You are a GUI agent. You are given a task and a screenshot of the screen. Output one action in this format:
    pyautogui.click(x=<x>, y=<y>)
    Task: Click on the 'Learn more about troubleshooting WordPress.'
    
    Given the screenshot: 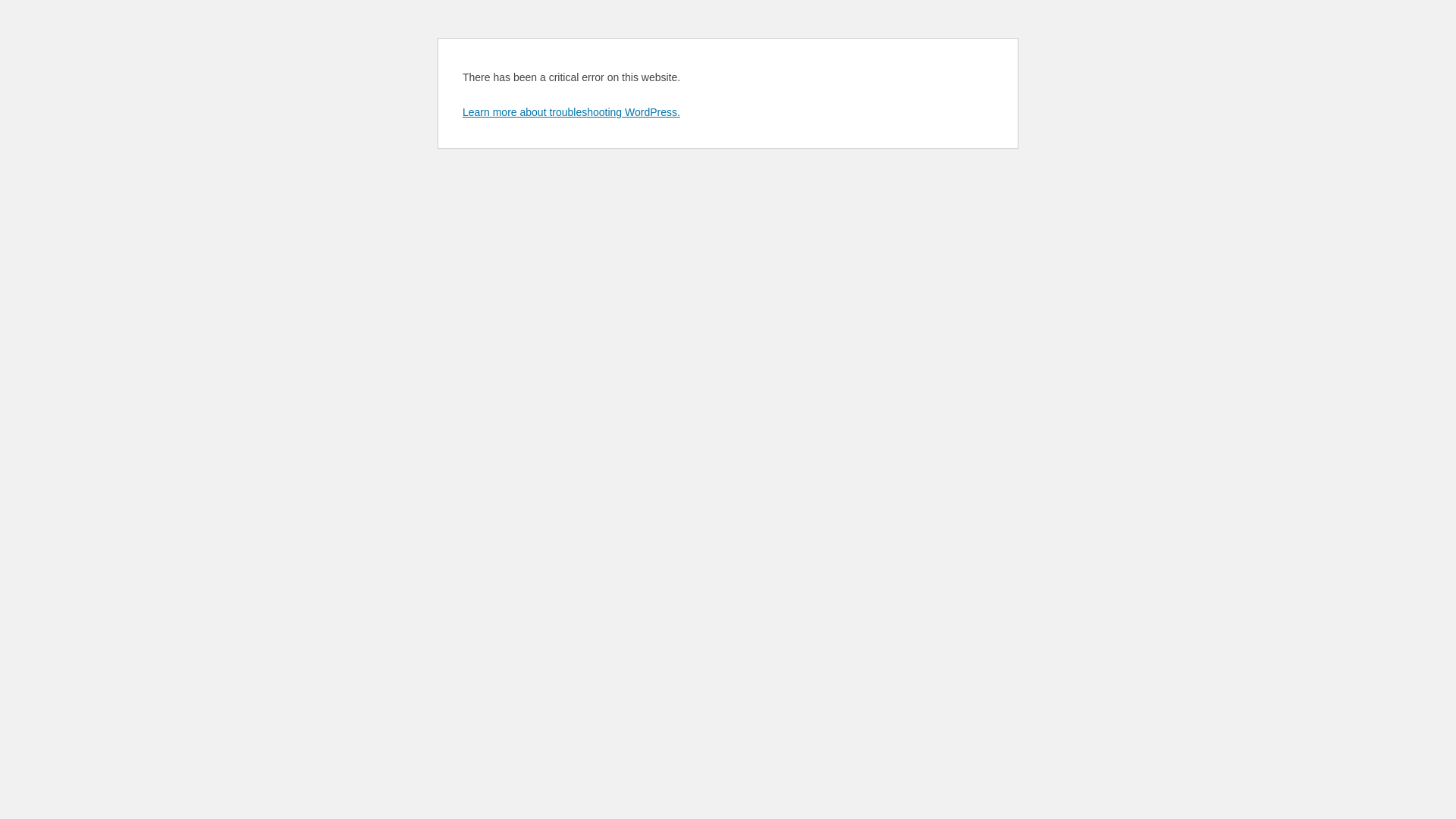 What is the action you would take?
    pyautogui.click(x=570, y=111)
    